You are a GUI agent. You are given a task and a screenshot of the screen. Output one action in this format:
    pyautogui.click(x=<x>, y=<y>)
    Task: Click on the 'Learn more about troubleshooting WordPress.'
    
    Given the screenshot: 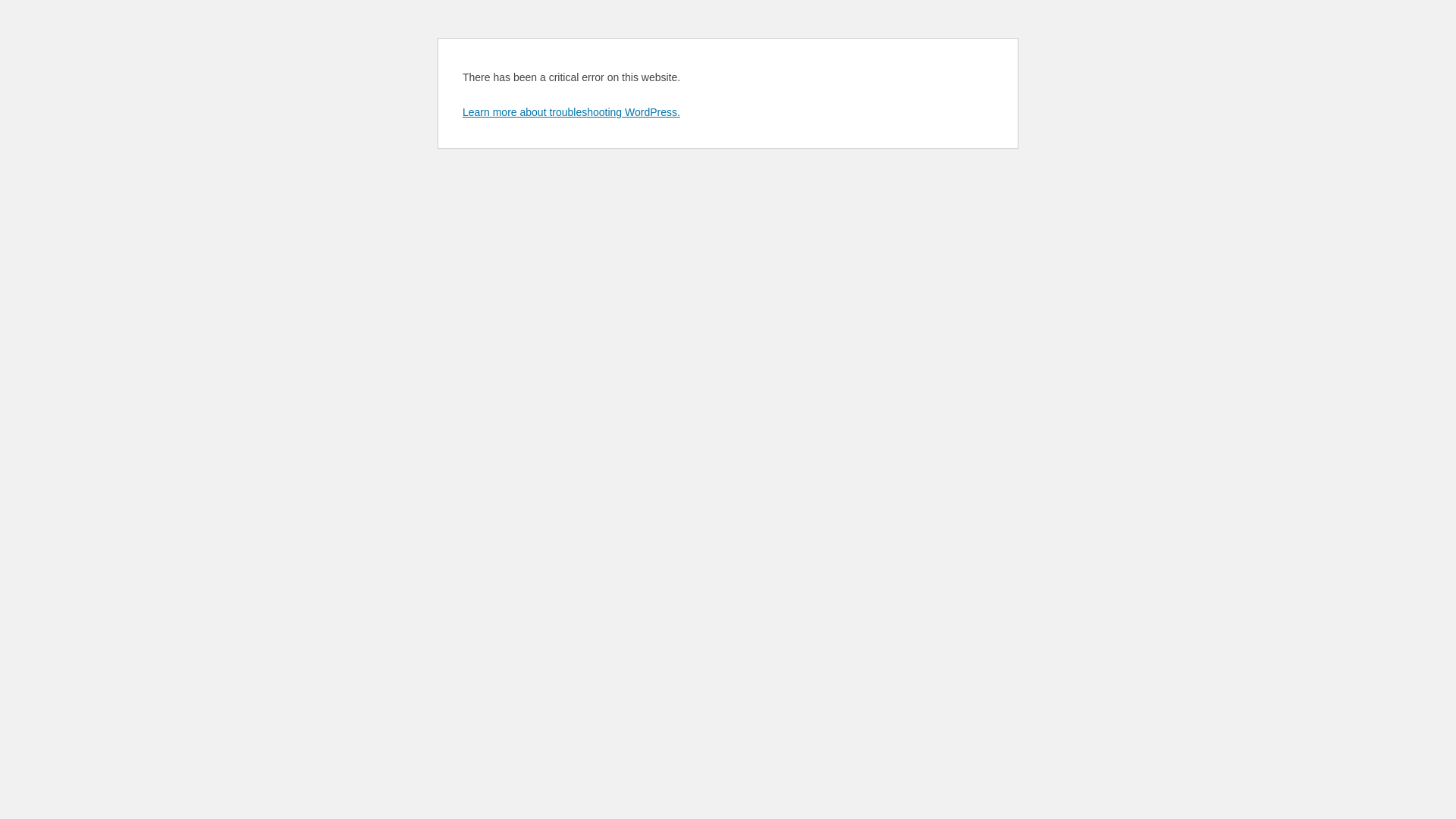 What is the action you would take?
    pyautogui.click(x=570, y=111)
    